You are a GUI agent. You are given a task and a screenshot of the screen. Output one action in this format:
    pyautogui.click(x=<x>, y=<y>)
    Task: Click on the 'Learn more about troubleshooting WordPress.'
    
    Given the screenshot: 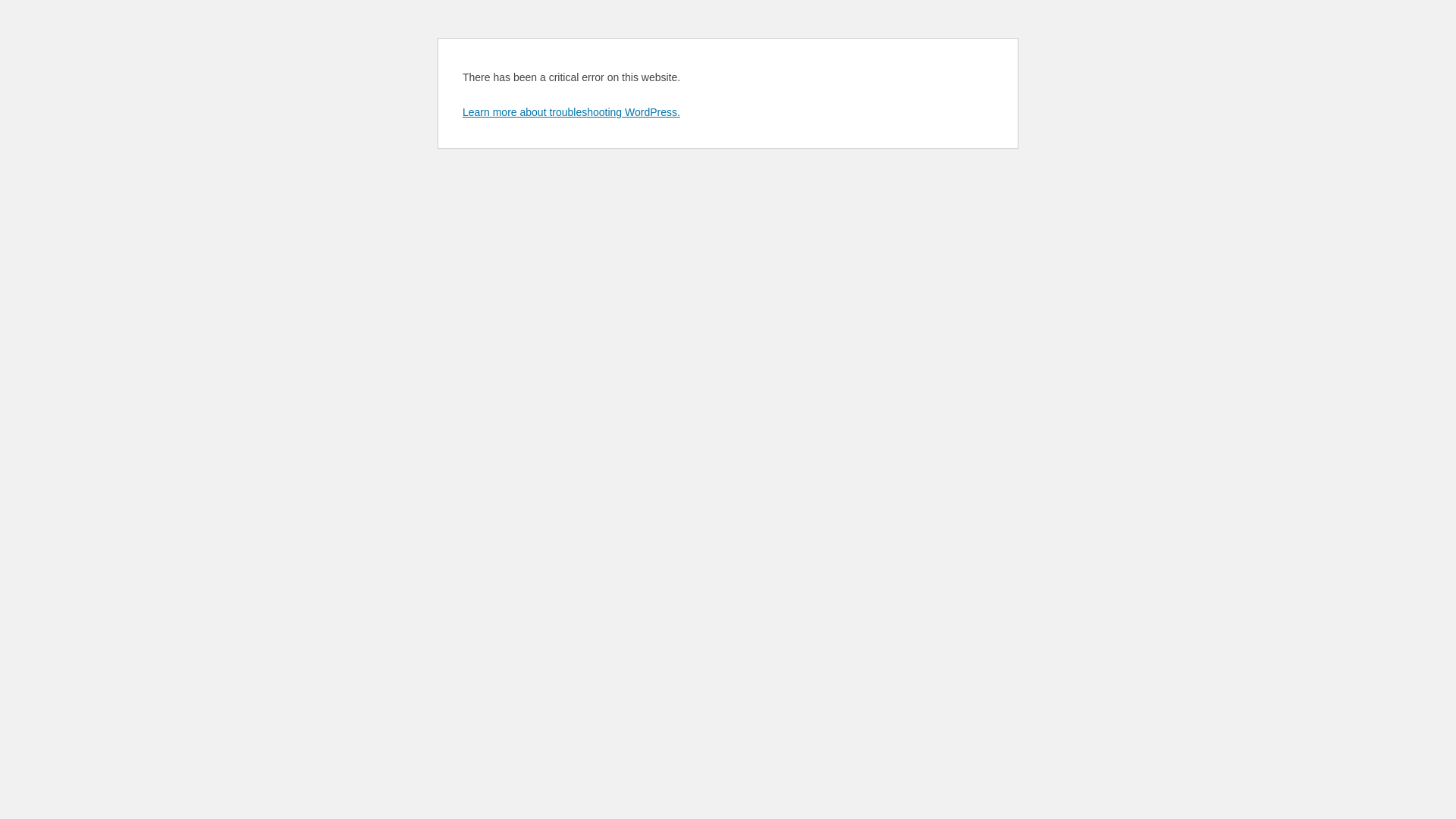 What is the action you would take?
    pyautogui.click(x=570, y=111)
    